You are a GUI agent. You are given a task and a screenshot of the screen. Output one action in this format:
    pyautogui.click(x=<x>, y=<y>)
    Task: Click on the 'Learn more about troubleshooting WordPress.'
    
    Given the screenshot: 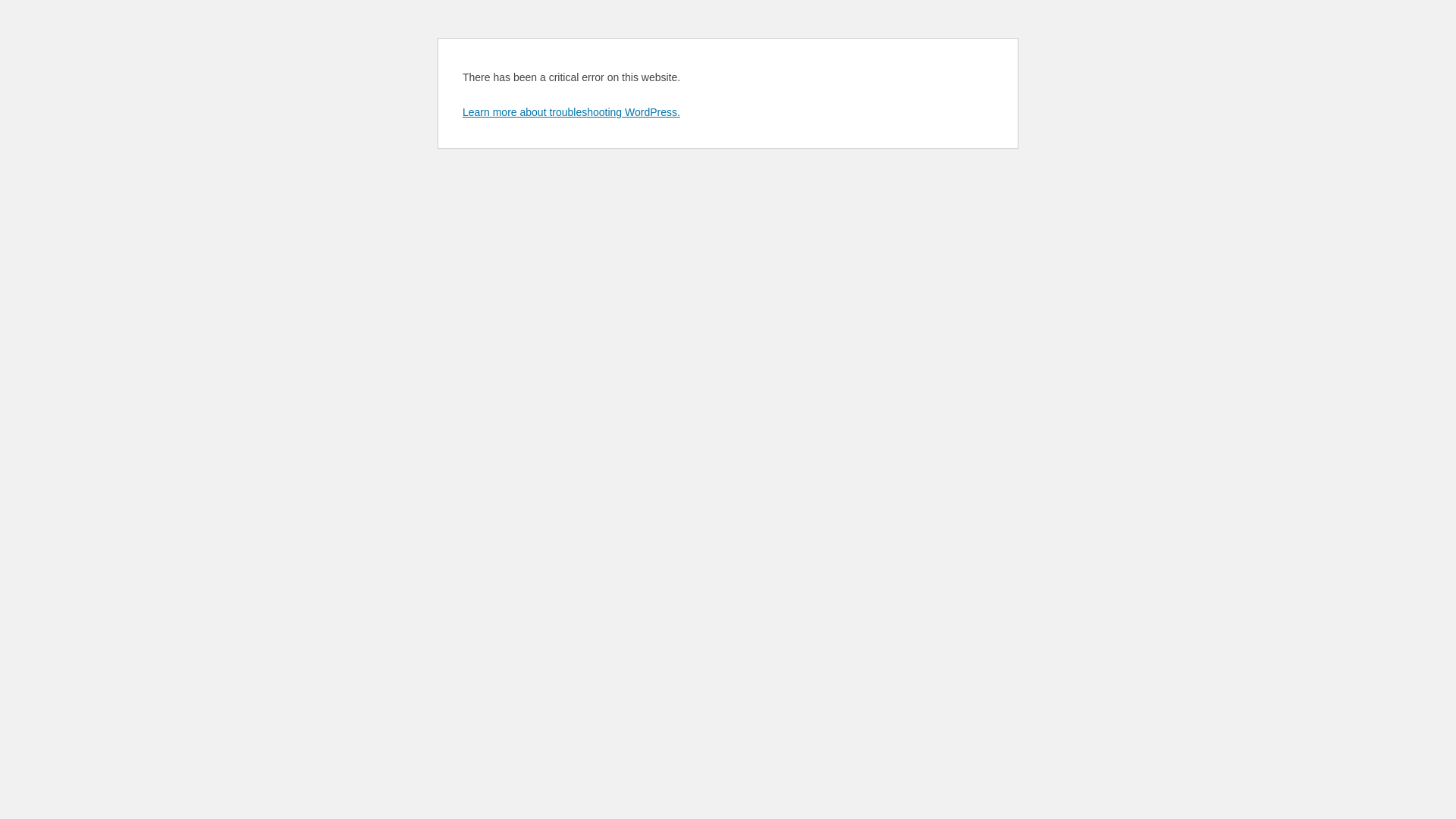 What is the action you would take?
    pyautogui.click(x=570, y=111)
    